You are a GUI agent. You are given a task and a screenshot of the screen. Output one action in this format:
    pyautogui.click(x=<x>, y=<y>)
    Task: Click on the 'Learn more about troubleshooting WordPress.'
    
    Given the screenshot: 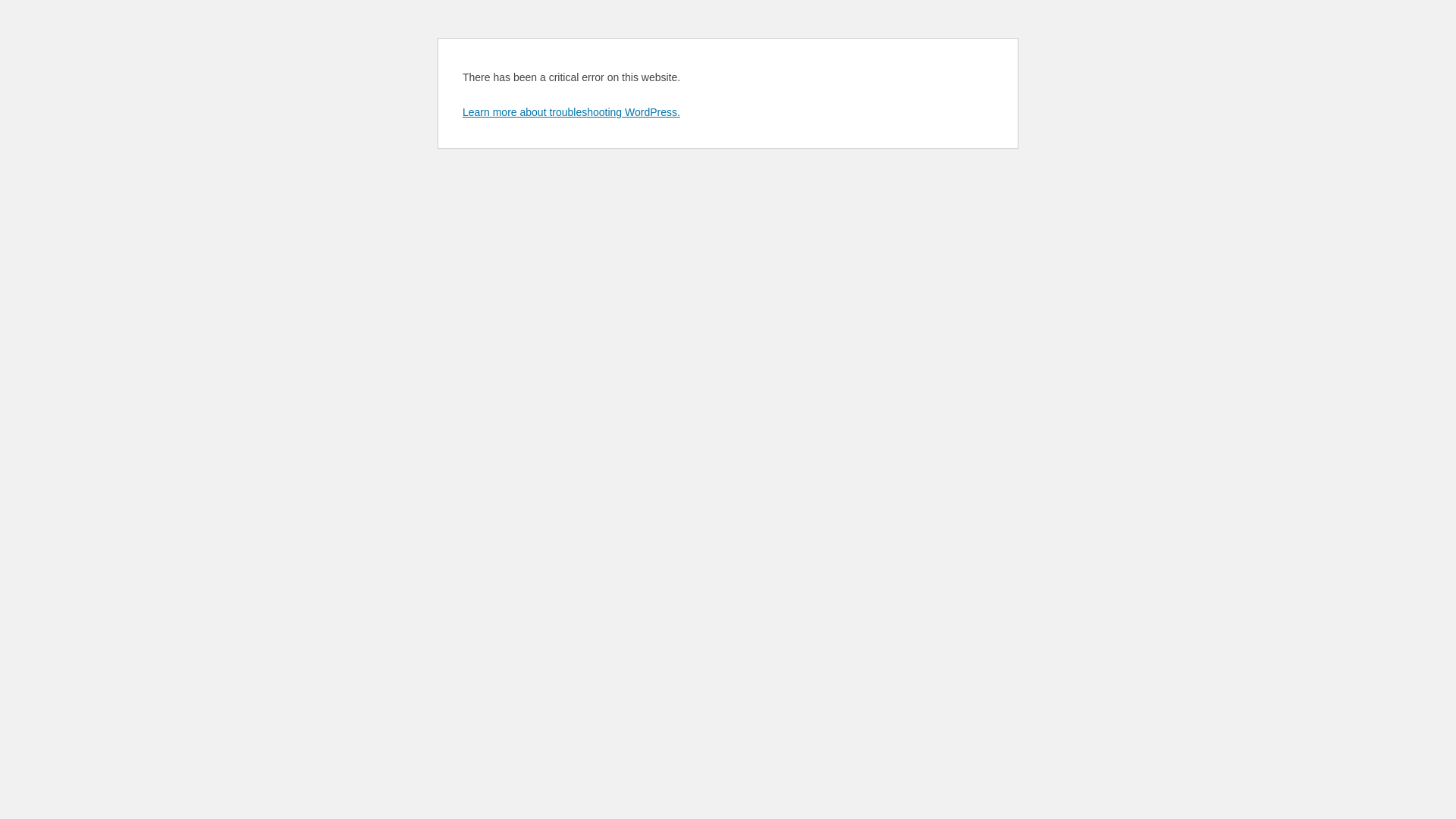 What is the action you would take?
    pyautogui.click(x=570, y=111)
    